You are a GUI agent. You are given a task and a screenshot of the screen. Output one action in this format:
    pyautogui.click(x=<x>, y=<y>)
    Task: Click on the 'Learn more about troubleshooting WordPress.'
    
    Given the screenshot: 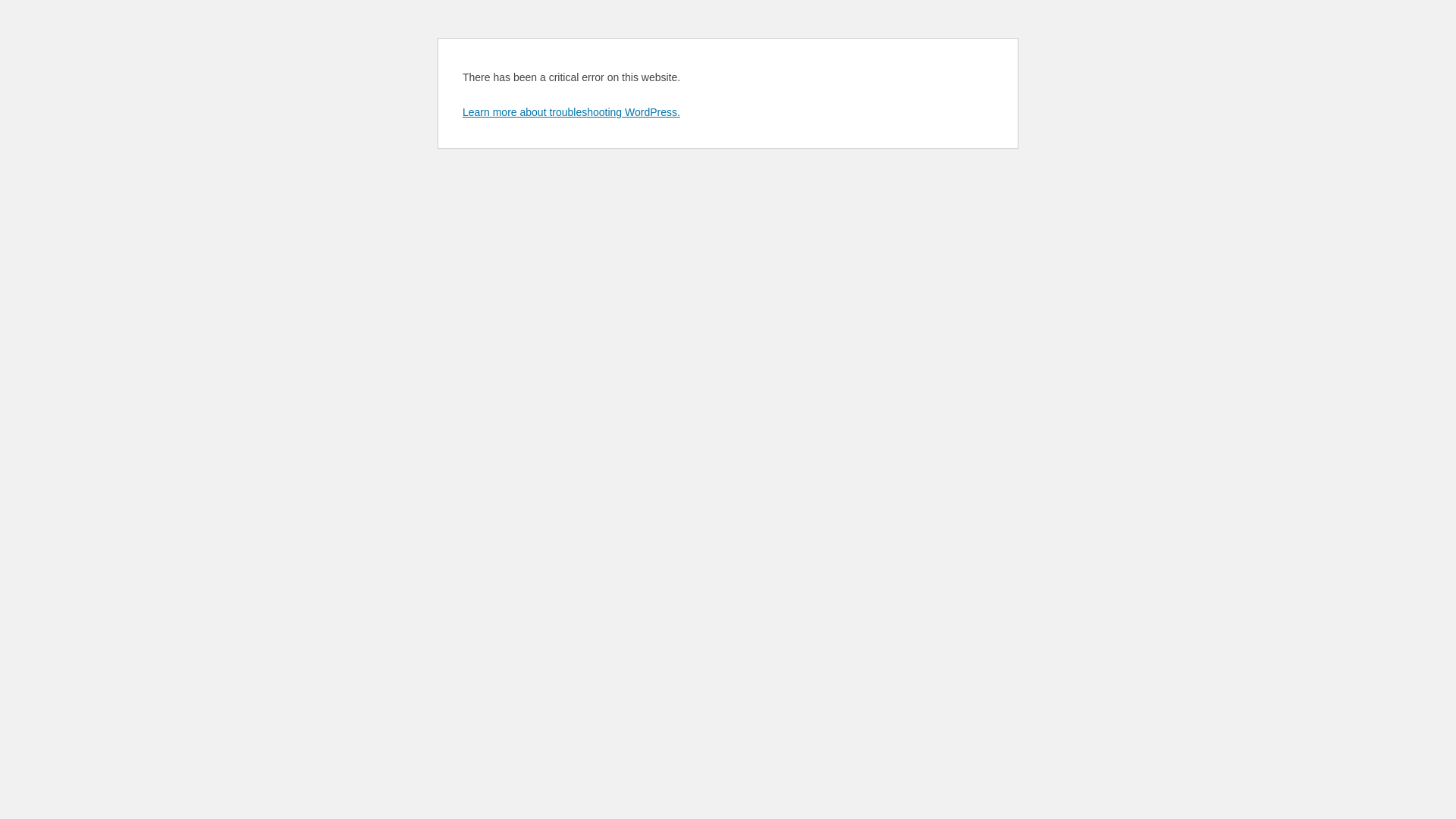 What is the action you would take?
    pyautogui.click(x=570, y=111)
    